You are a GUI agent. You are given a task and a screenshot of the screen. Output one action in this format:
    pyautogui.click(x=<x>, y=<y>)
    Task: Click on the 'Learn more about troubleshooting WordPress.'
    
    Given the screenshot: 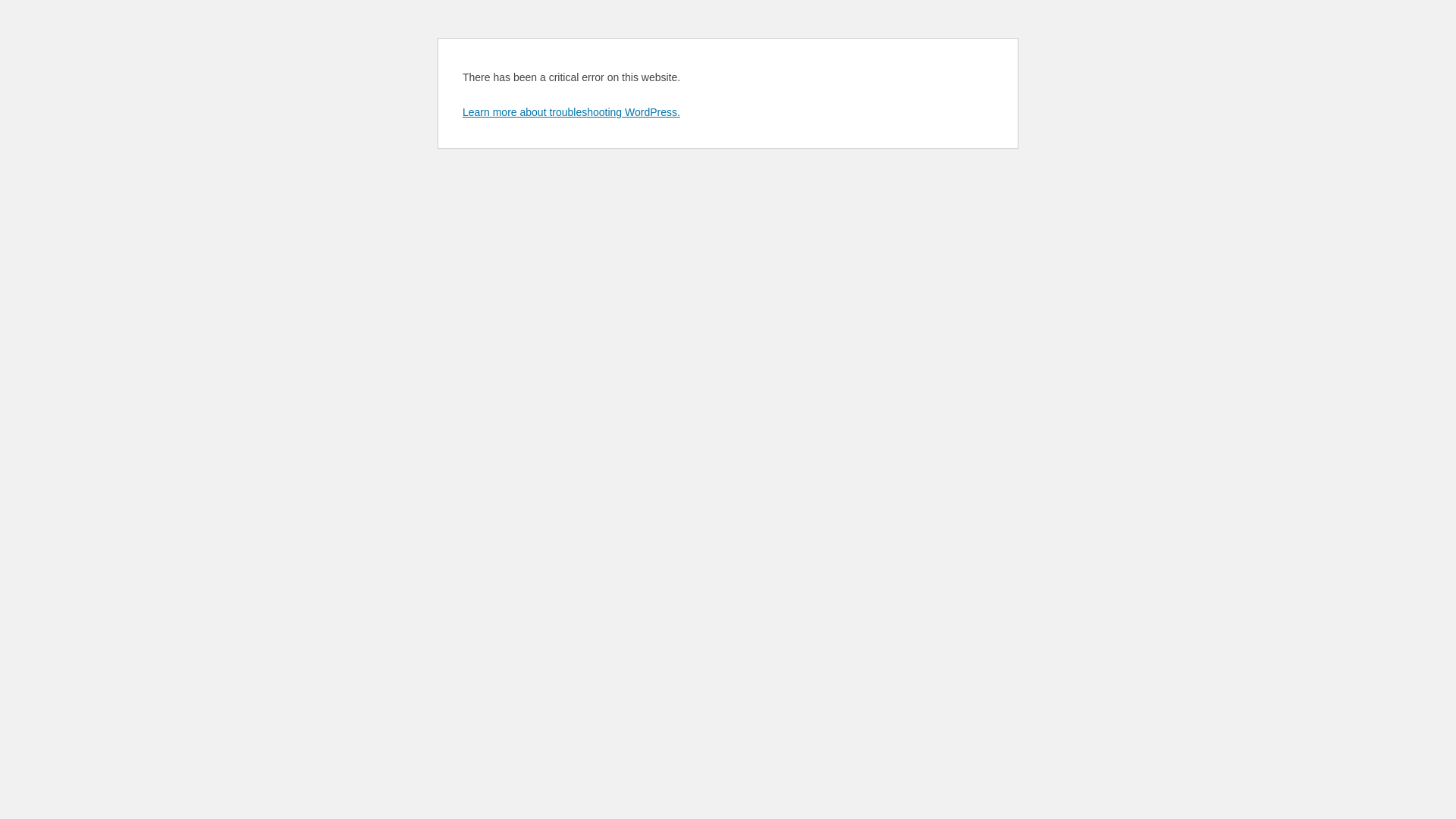 What is the action you would take?
    pyautogui.click(x=570, y=111)
    